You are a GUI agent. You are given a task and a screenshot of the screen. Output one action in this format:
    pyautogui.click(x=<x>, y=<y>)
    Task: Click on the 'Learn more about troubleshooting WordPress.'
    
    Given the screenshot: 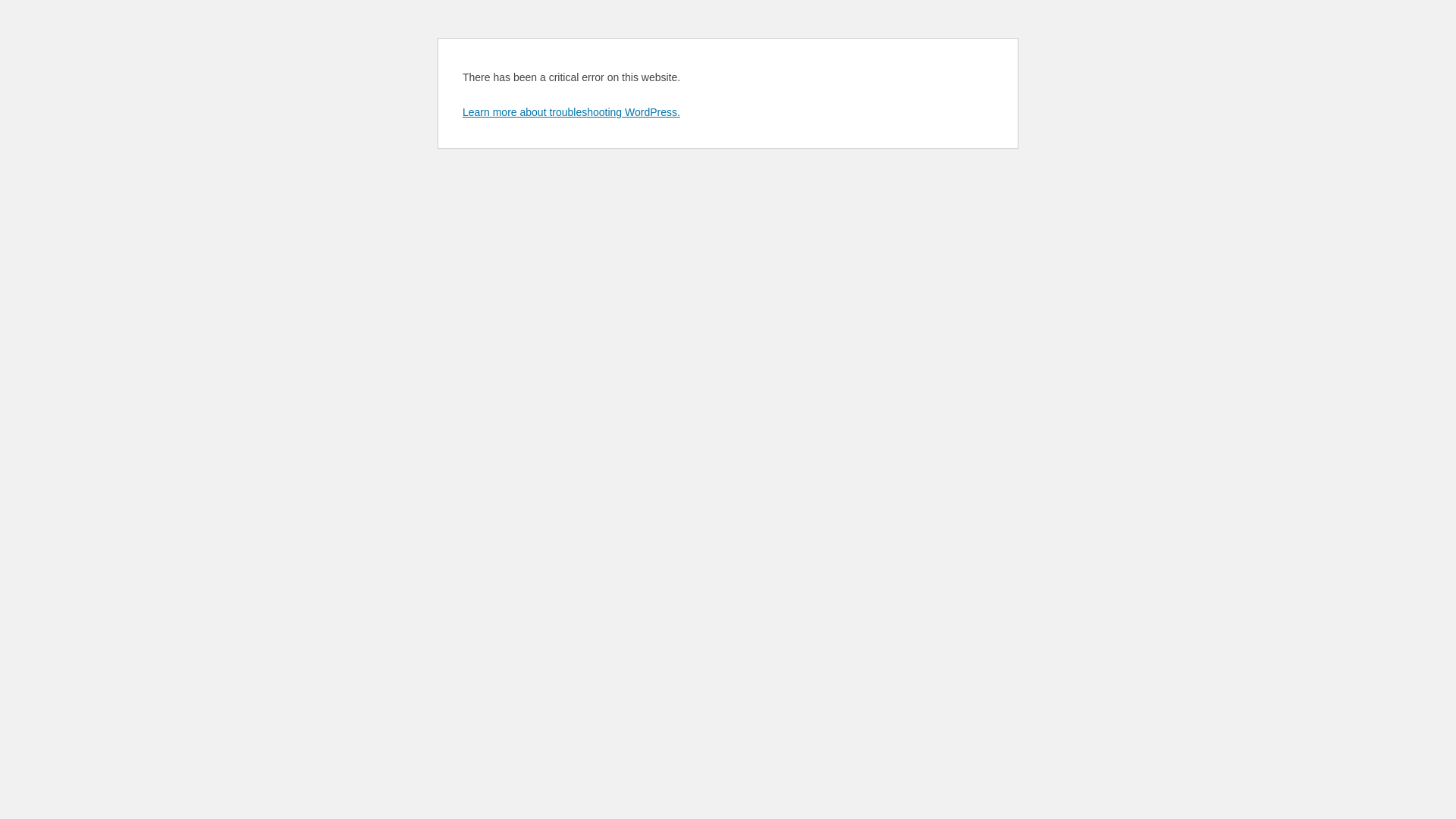 What is the action you would take?
    pyautogui.click(x=570, y=111)
    